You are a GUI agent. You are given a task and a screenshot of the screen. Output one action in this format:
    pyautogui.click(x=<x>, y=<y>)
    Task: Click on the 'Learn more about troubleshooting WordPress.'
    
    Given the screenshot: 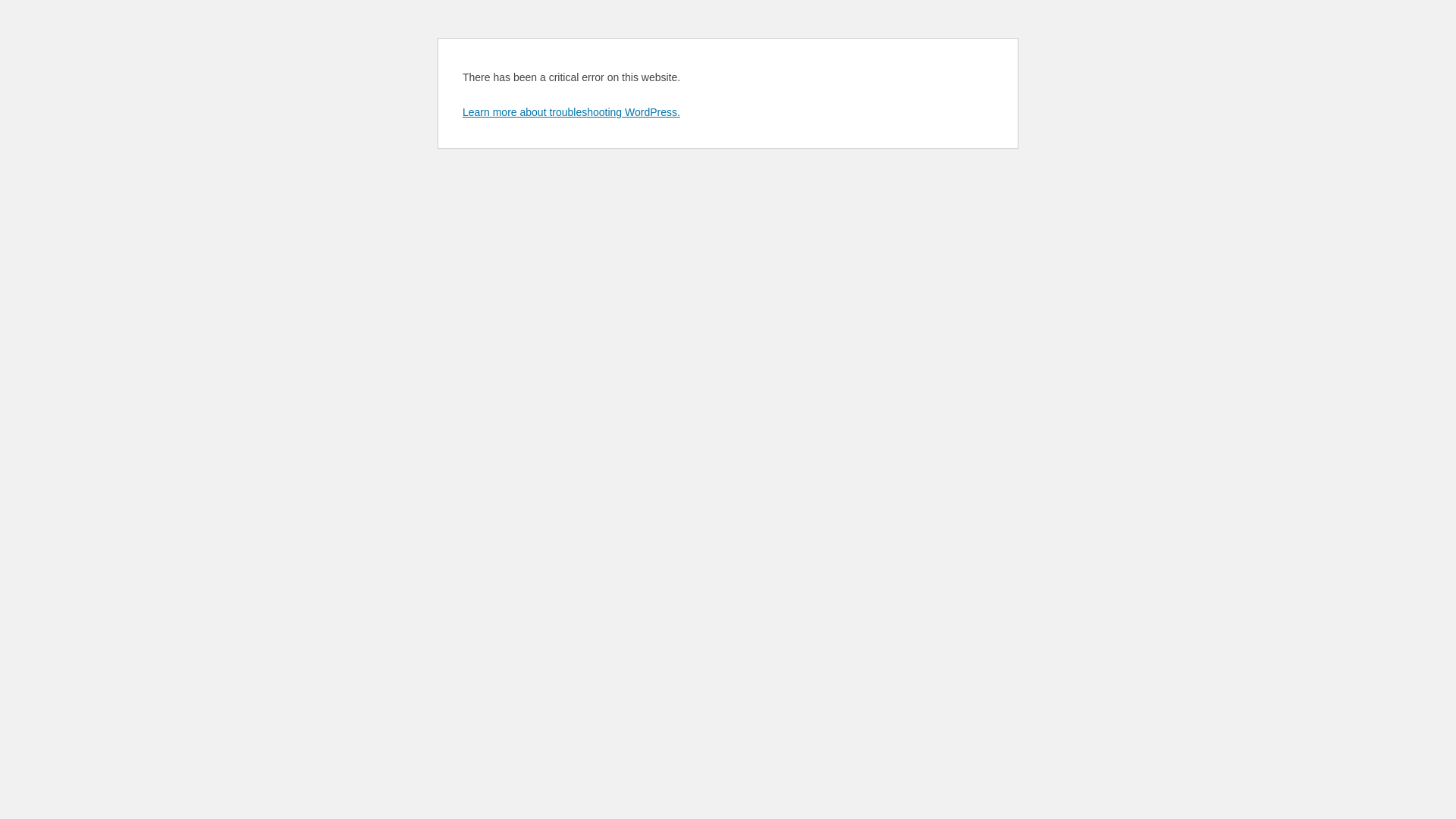 What is the action you would take?
    pyautogui.click(x=570, y=111)
    